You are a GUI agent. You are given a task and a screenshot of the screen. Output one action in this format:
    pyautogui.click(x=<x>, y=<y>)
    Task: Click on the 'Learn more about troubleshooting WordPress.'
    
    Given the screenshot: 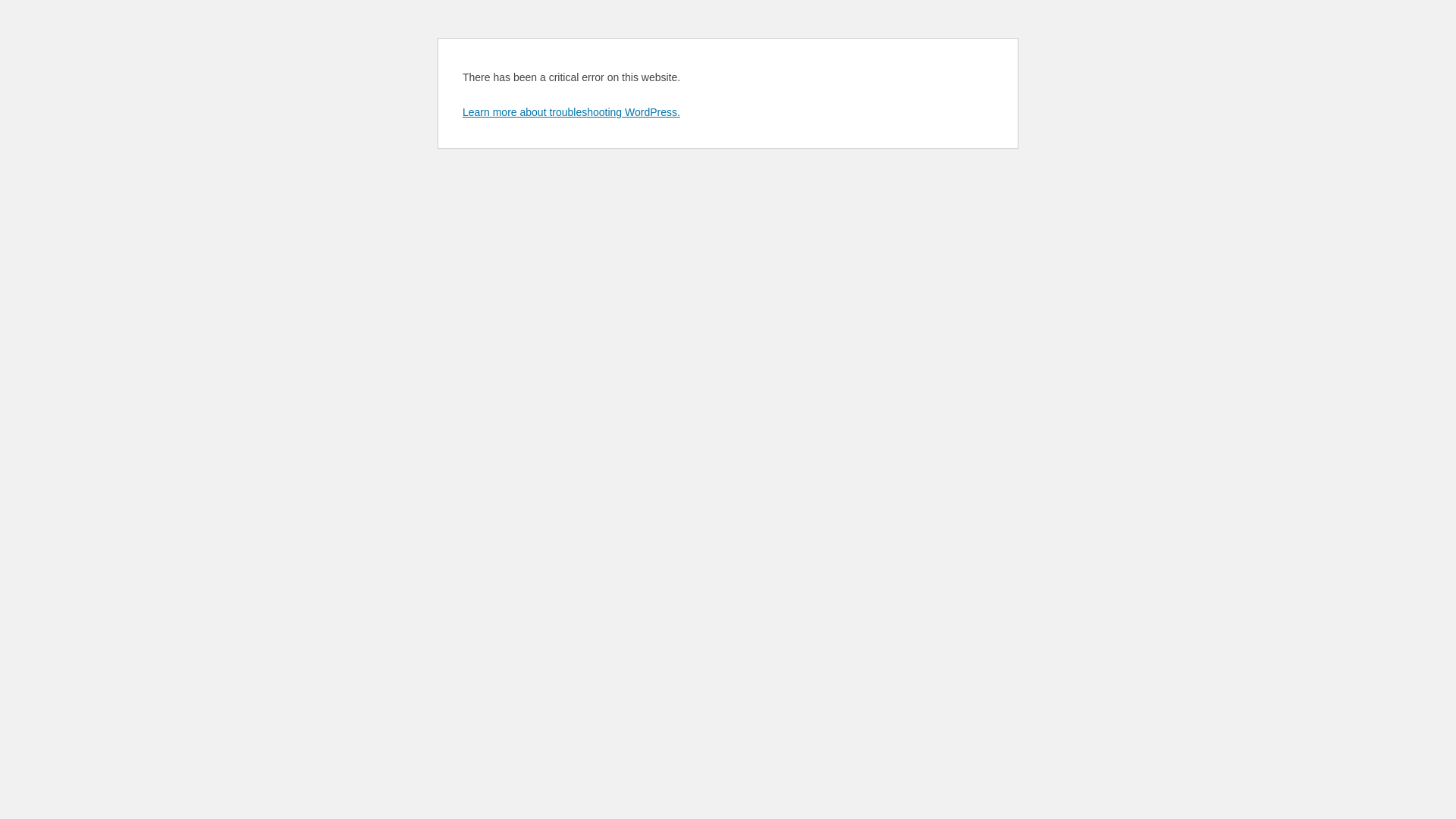 What is the action you would take?
    pyautogui.click(x=570, y=111)
    